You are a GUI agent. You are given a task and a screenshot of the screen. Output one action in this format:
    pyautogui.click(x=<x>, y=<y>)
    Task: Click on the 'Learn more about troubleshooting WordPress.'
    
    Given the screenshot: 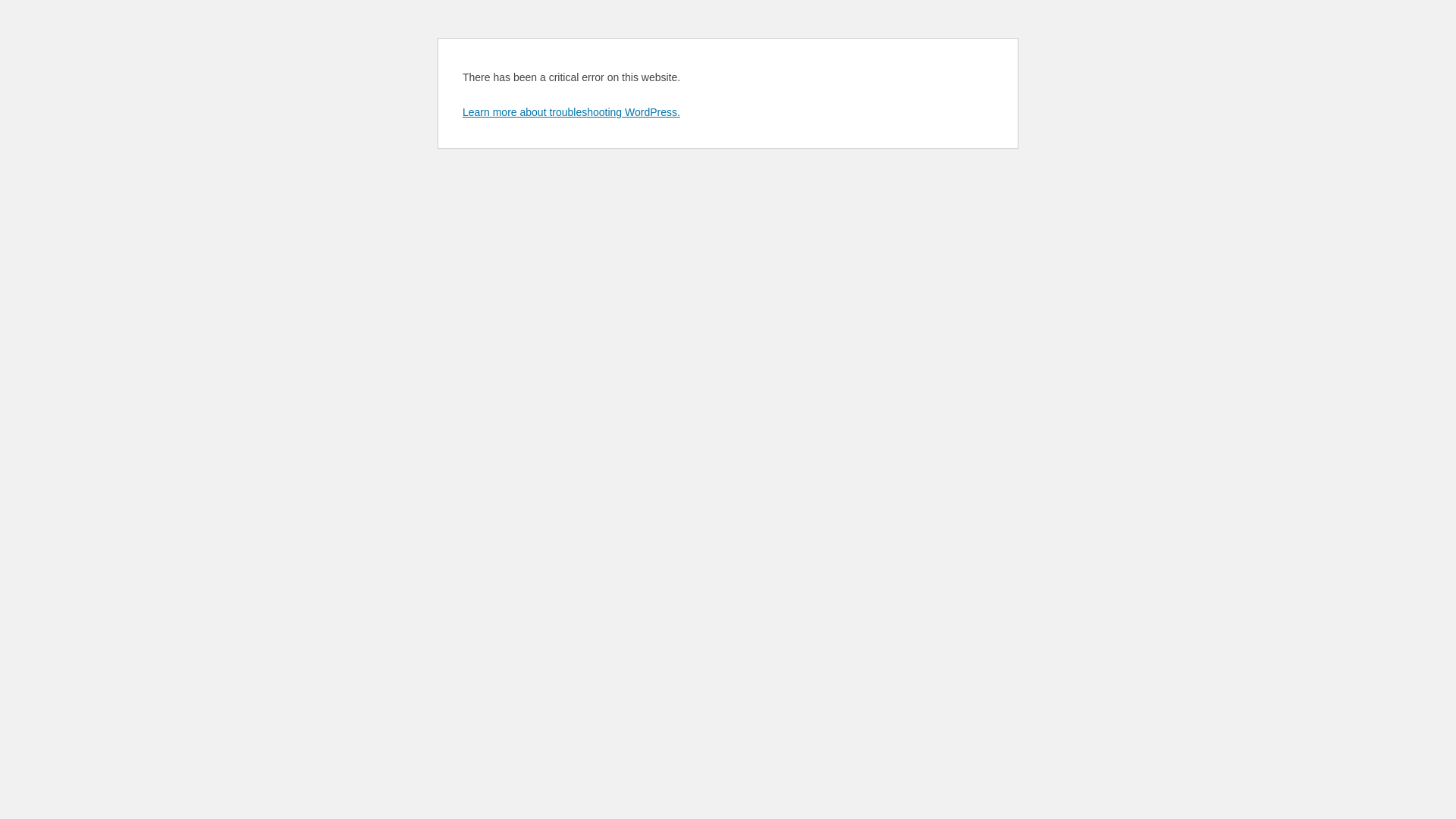 What is the action you would take?
    pyautogui.click(x=570, y=111)
    